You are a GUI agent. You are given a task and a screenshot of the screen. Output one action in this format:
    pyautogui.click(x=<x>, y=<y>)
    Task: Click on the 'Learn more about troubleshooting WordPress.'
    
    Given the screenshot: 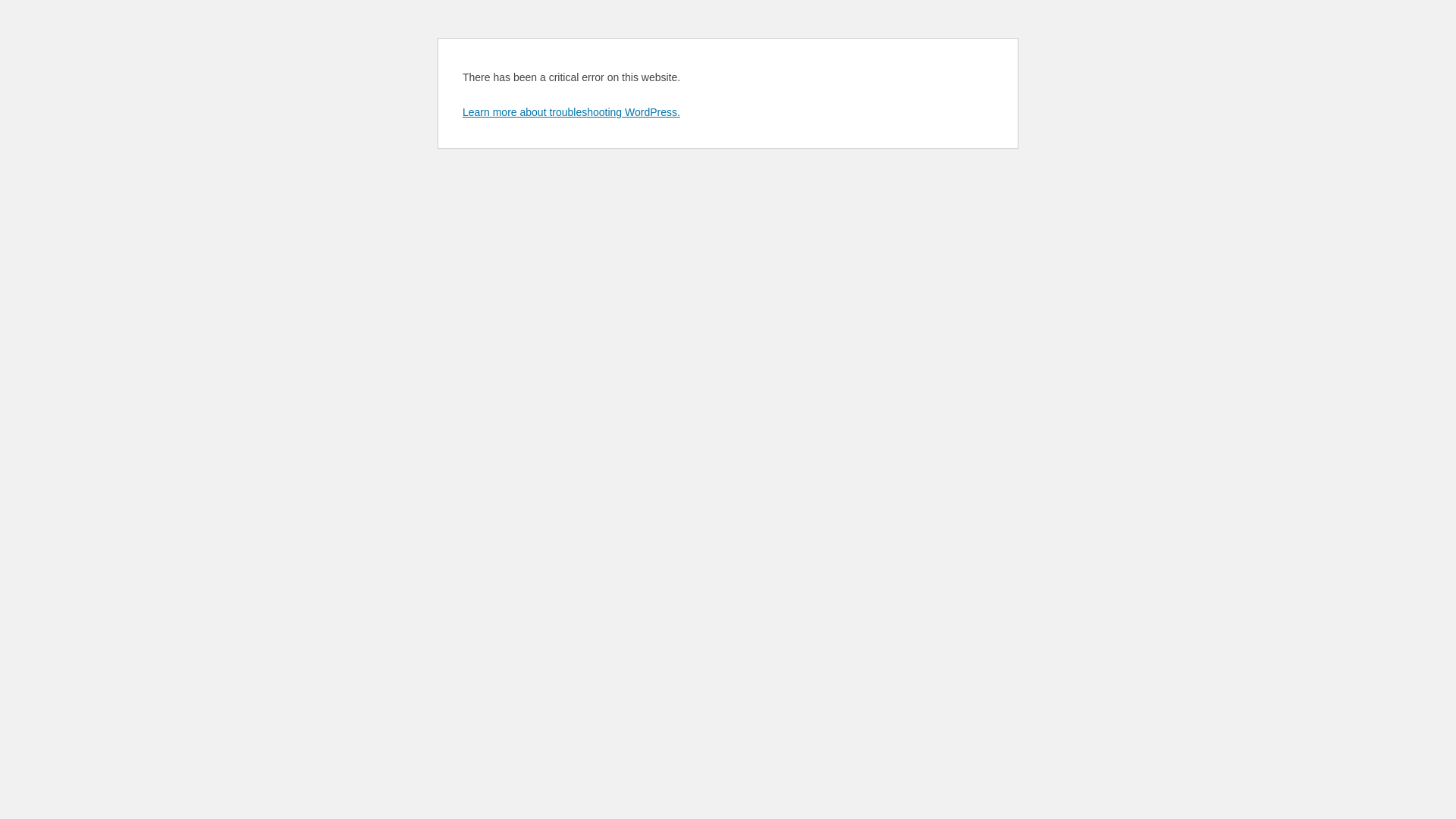 What is the action you would take?
    pyautogui.click(x=570, y=111)
    